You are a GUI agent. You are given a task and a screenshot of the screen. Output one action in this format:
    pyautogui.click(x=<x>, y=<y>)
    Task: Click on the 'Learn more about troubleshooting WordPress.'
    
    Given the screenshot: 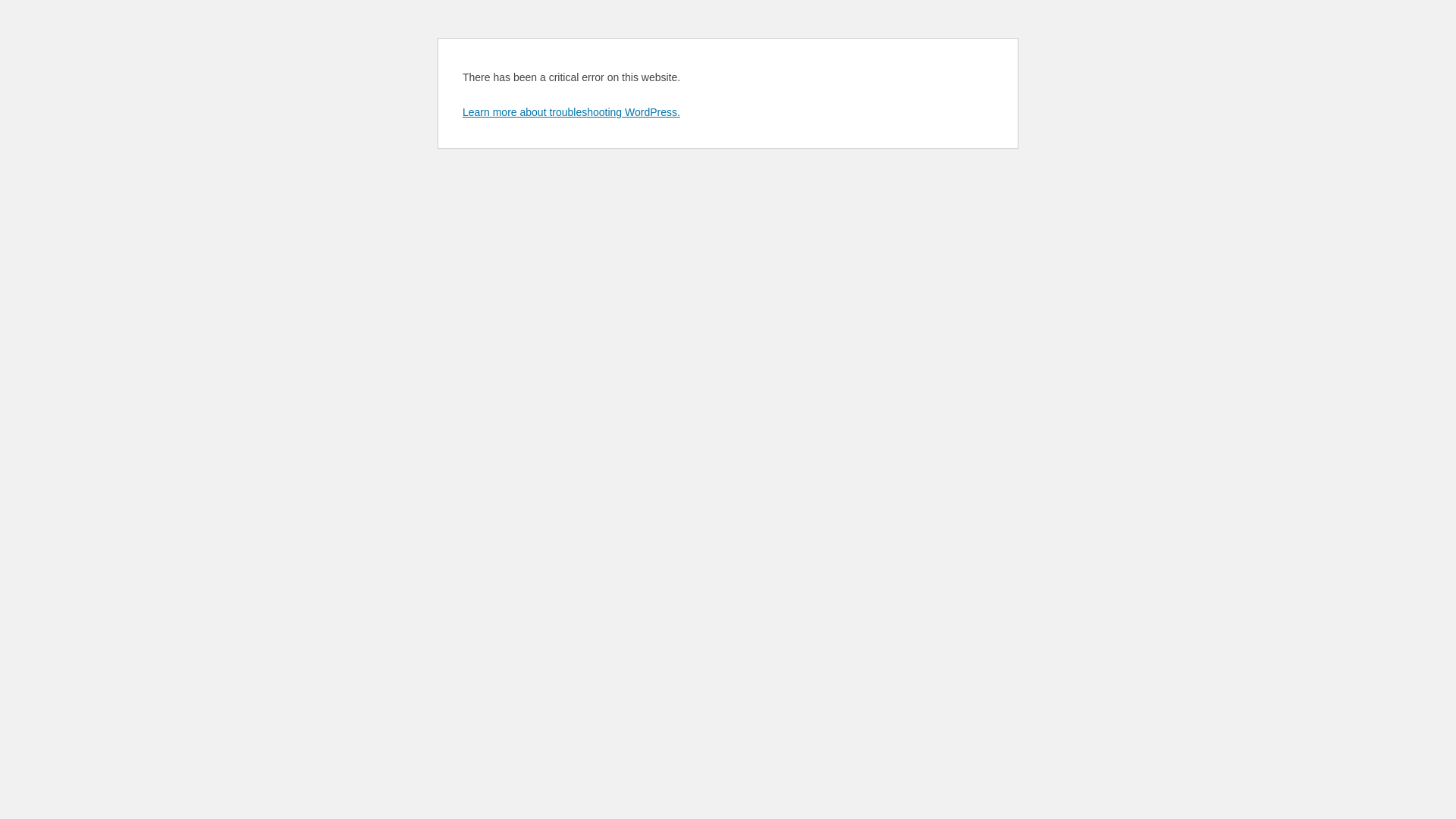 What is the action you would take?
    pyautogui.click(x=570, y=111)
    